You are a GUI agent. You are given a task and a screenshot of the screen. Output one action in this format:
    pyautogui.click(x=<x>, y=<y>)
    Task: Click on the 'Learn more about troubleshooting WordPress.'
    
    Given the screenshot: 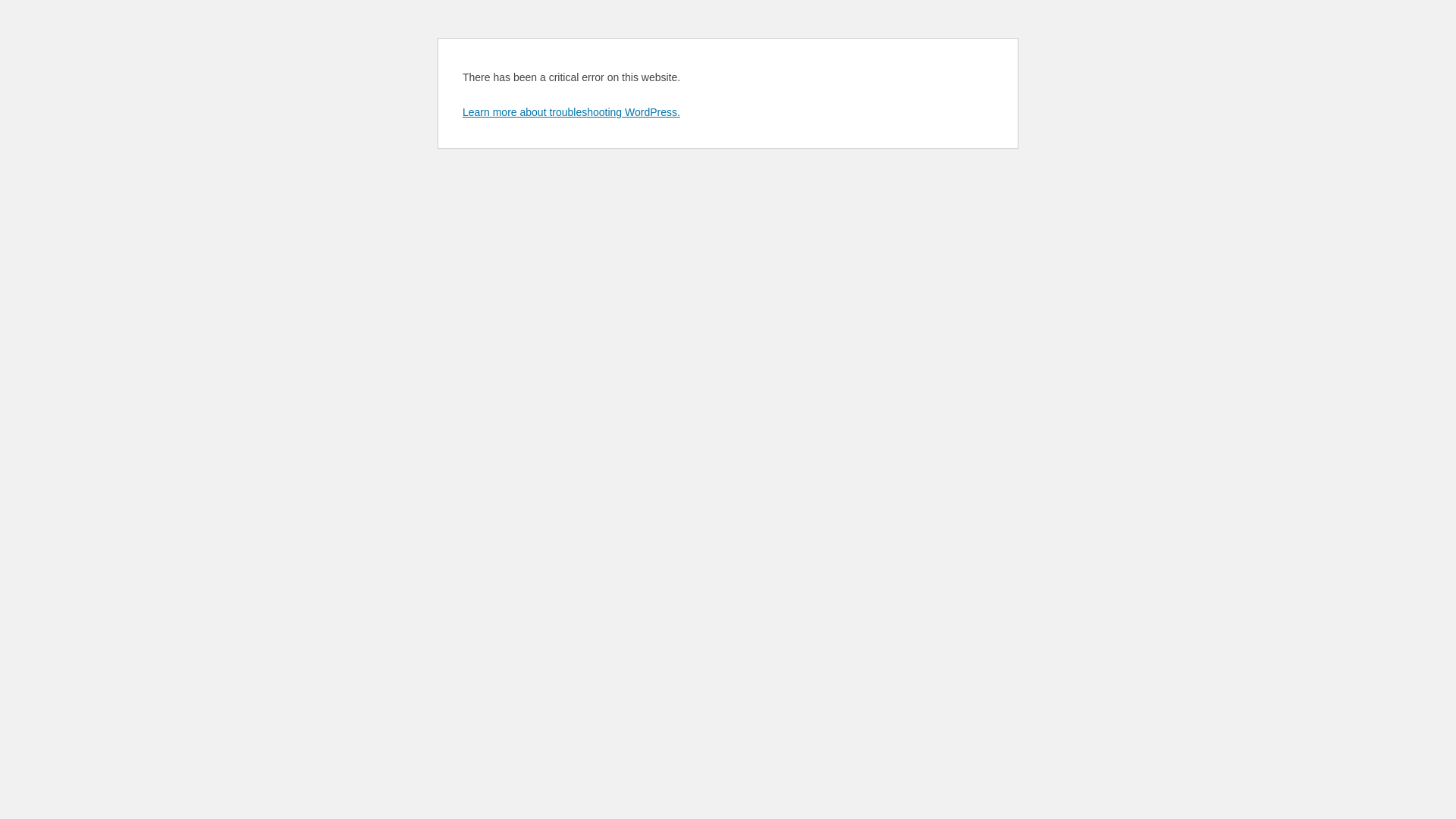 What is the action you would take?
    pyautogui.click(x=570, y=111)
    